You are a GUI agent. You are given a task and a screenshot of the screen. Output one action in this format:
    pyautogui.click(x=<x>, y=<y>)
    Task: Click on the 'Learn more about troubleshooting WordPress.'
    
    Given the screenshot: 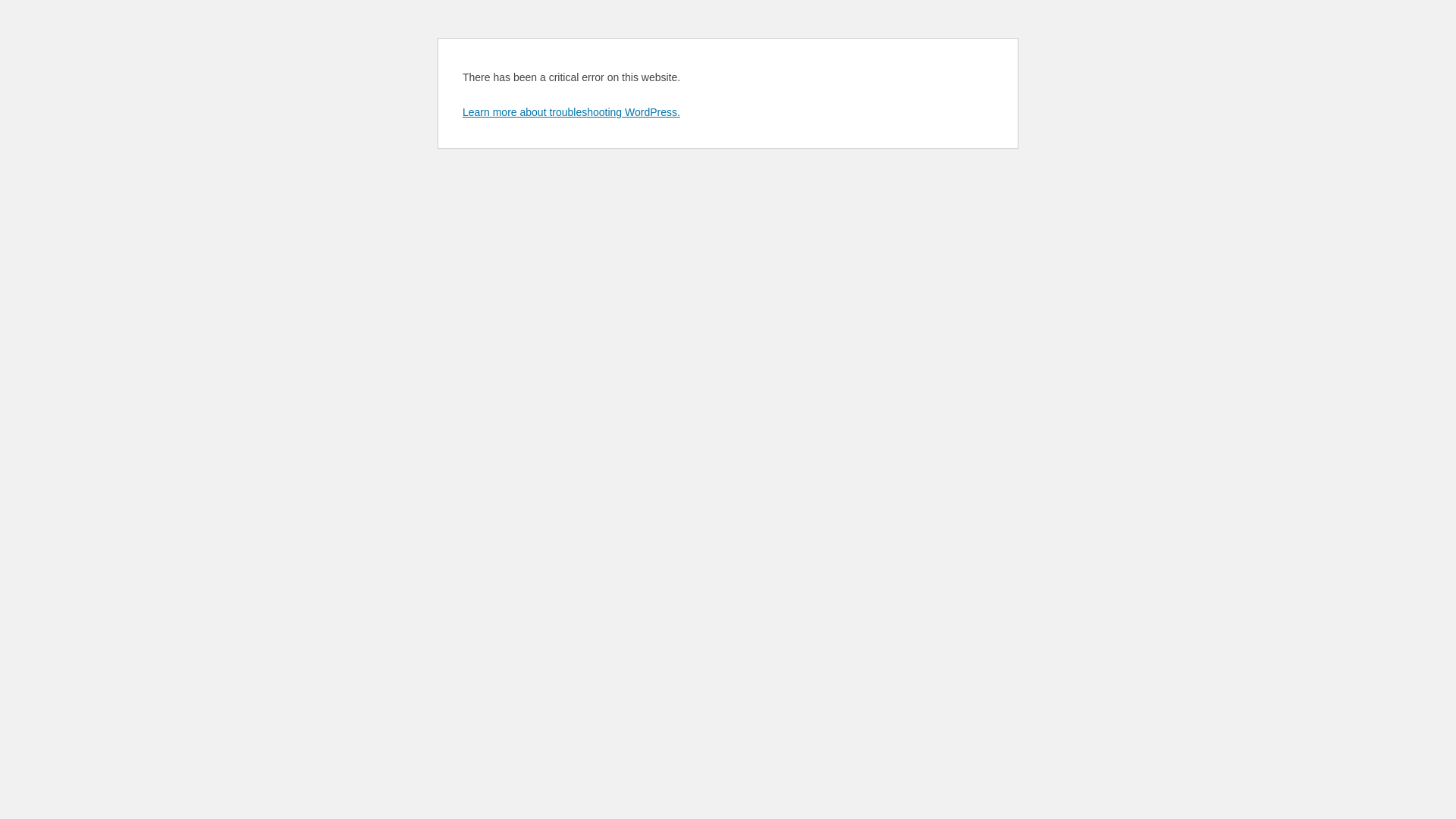 What is the action you would take?
    pyautogui.click(x=570, y=111)
    